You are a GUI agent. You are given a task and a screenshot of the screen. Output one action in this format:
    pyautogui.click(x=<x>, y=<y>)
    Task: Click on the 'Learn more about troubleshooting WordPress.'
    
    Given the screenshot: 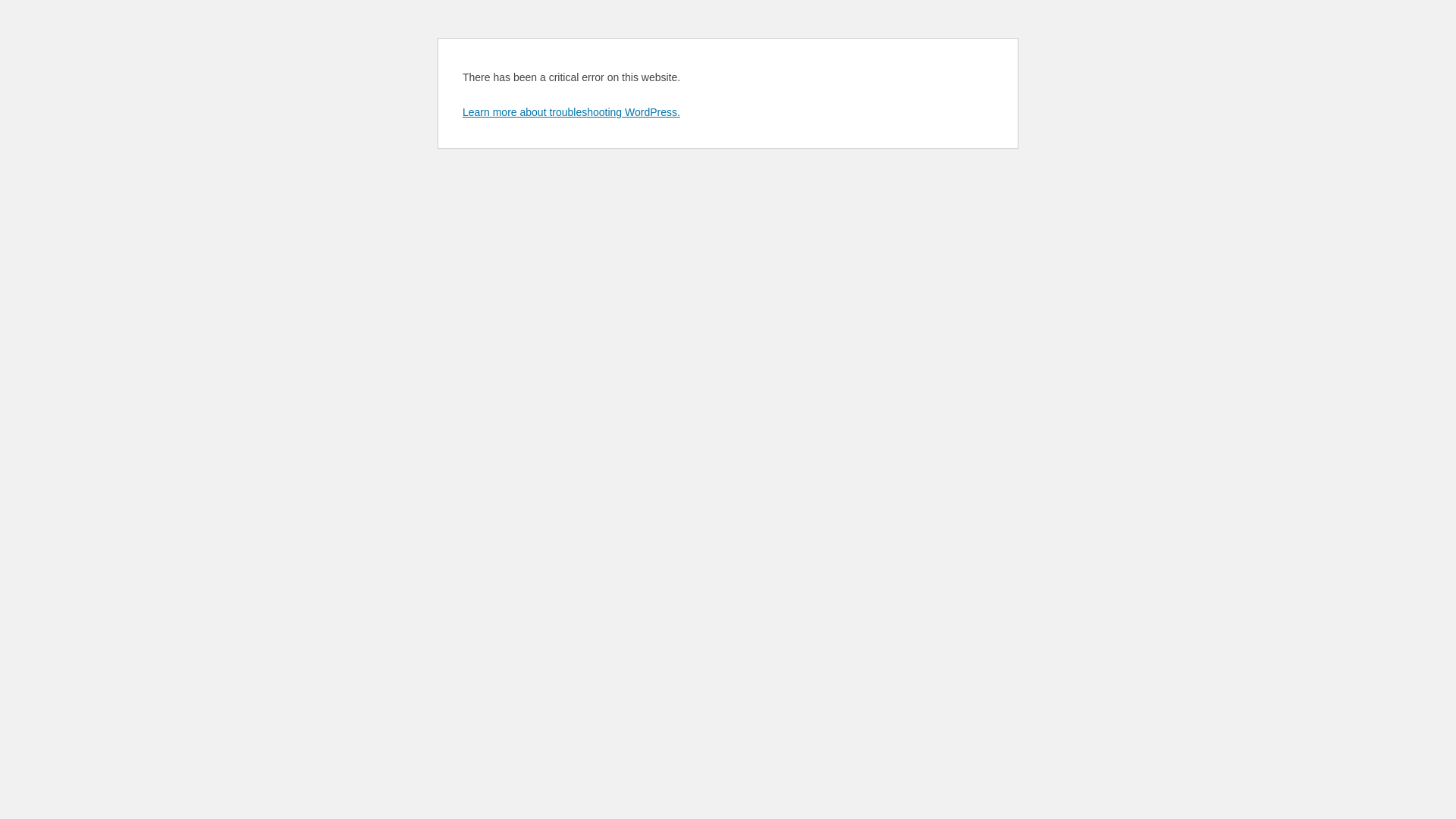 What is the action you would take?
    pyautogui.click(x=570, y=111)
    